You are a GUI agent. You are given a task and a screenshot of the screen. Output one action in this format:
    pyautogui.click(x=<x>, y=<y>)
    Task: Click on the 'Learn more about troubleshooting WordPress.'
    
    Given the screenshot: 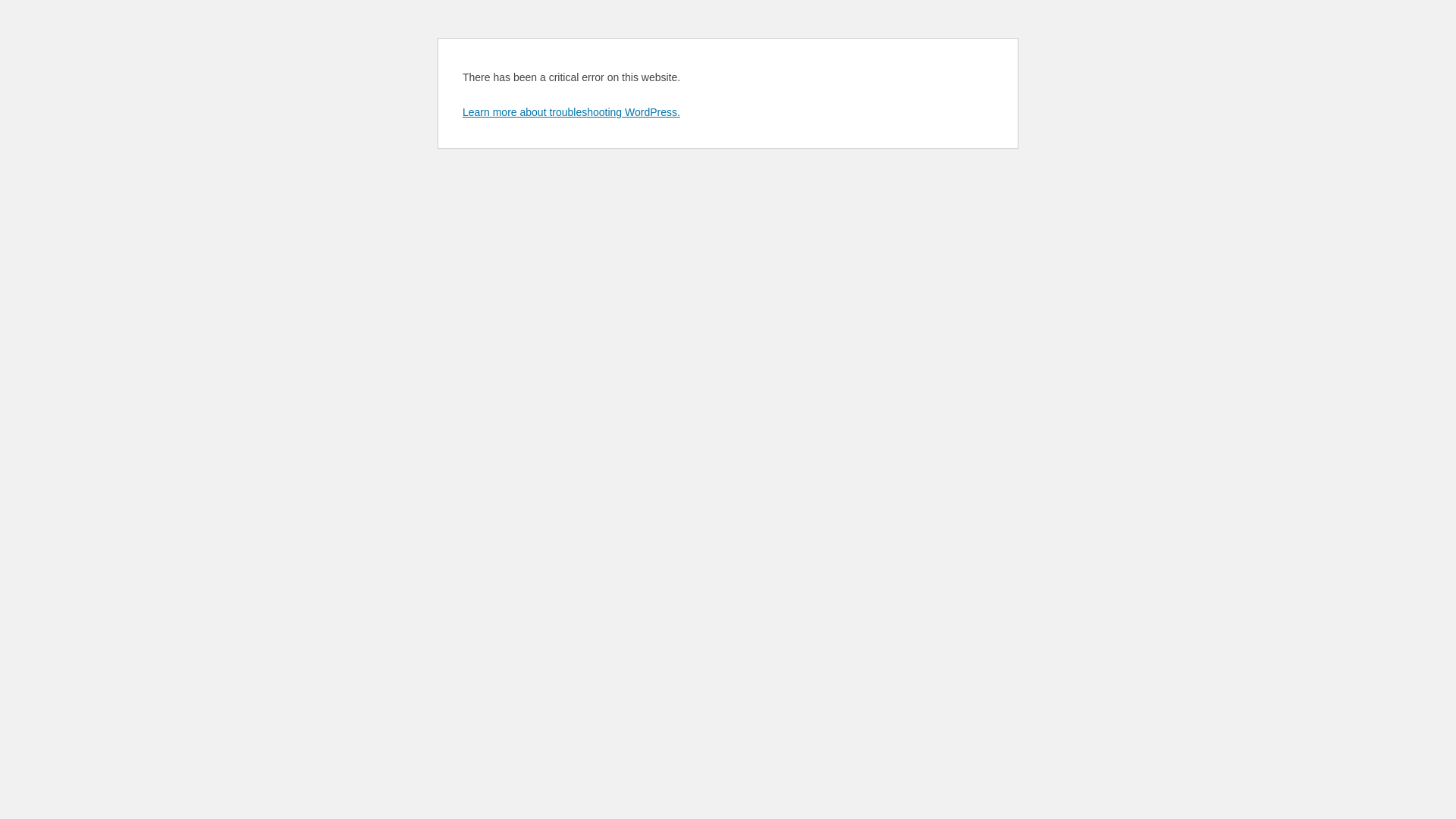 What is the action you would take?
    pyautogui.click(x=570, y=111)
    